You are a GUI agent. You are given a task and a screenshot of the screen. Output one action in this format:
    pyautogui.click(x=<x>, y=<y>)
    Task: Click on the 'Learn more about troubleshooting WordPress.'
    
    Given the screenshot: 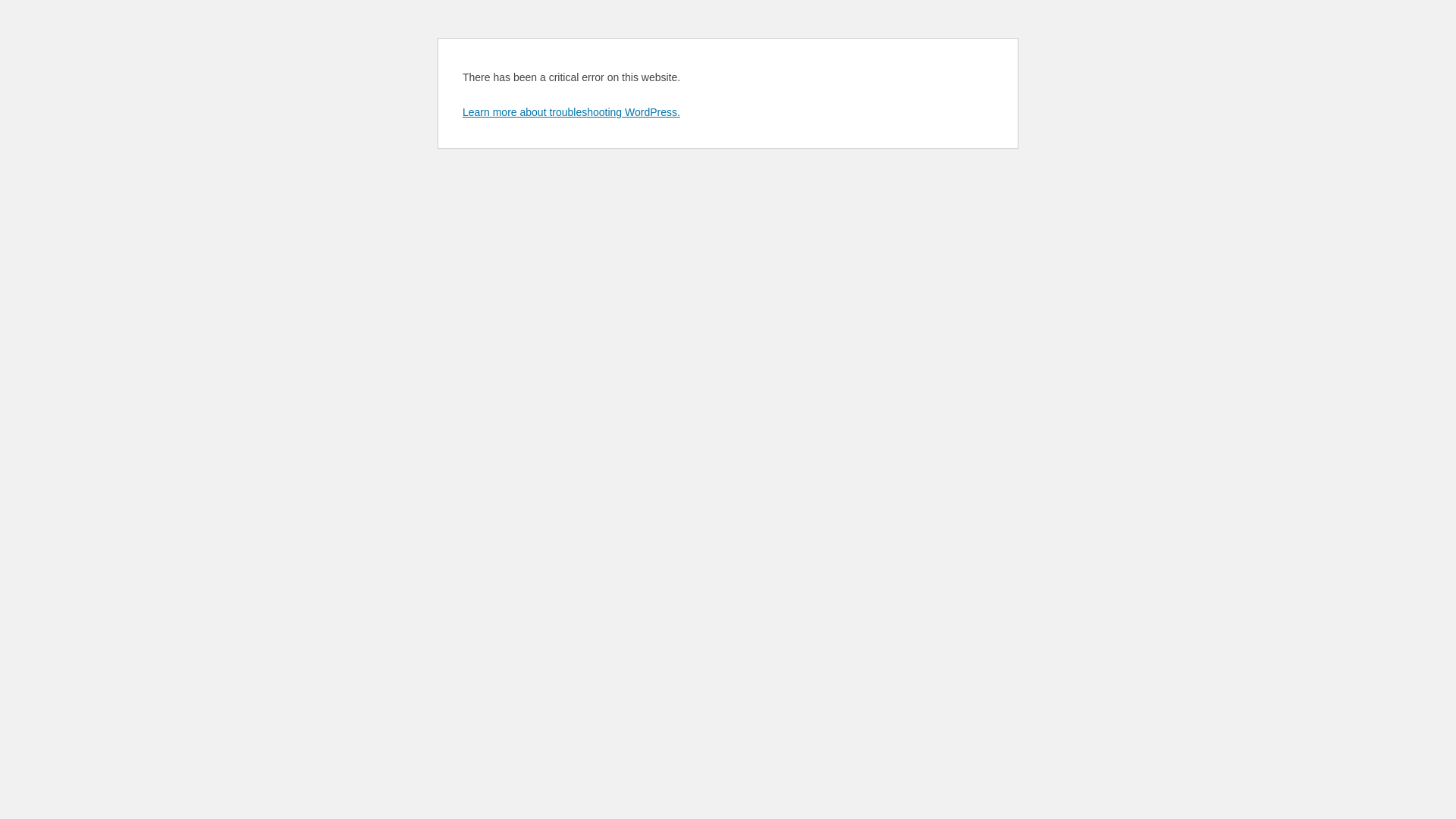 What is the action you would take?
    pyautogui.click(x=570, y=111)
    